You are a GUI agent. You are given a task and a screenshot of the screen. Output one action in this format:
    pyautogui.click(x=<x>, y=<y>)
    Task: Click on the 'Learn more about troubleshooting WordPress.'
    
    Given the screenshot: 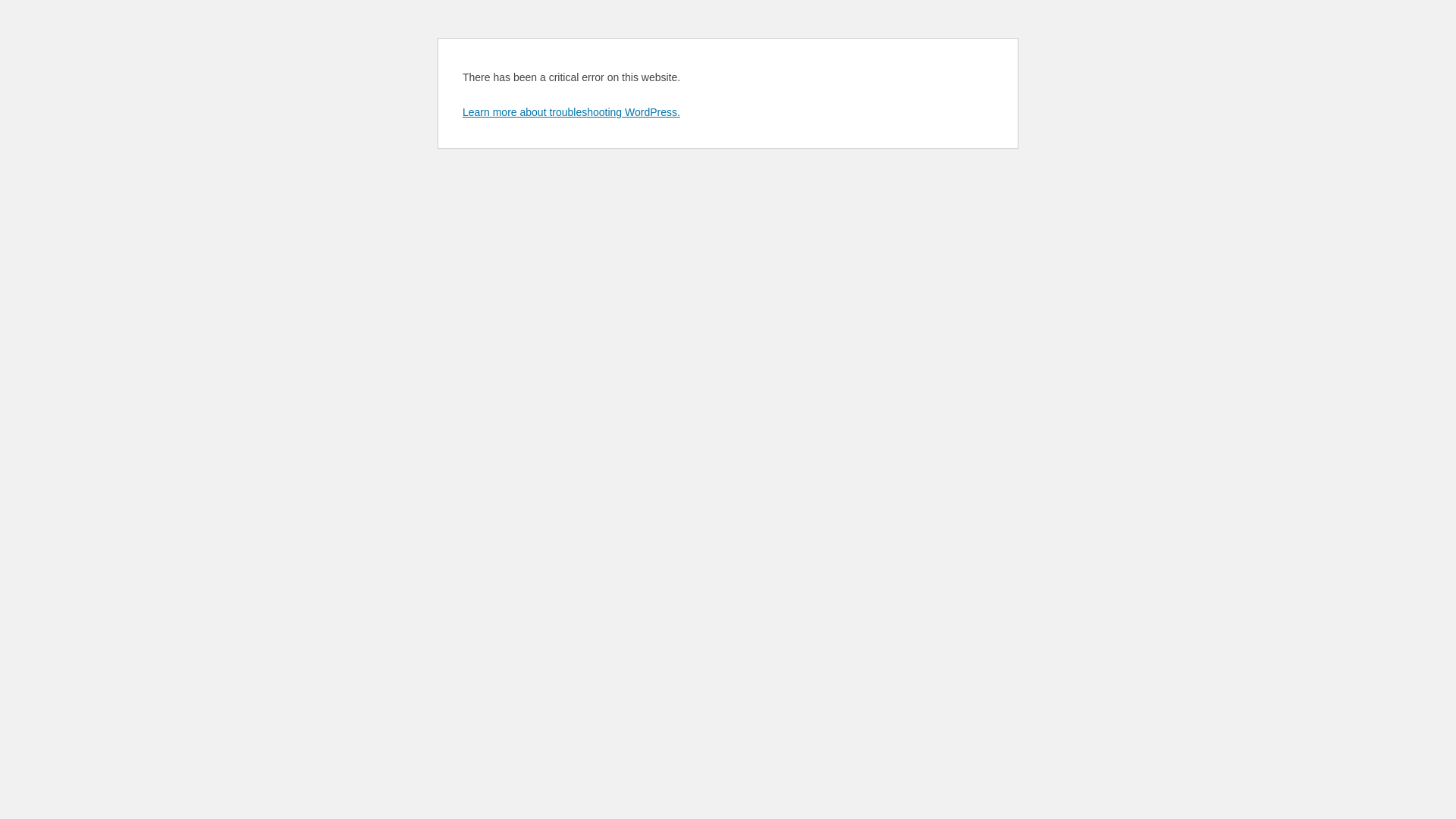 What is the action you would take?
    pyautogui.click(x=570, y=111)
    